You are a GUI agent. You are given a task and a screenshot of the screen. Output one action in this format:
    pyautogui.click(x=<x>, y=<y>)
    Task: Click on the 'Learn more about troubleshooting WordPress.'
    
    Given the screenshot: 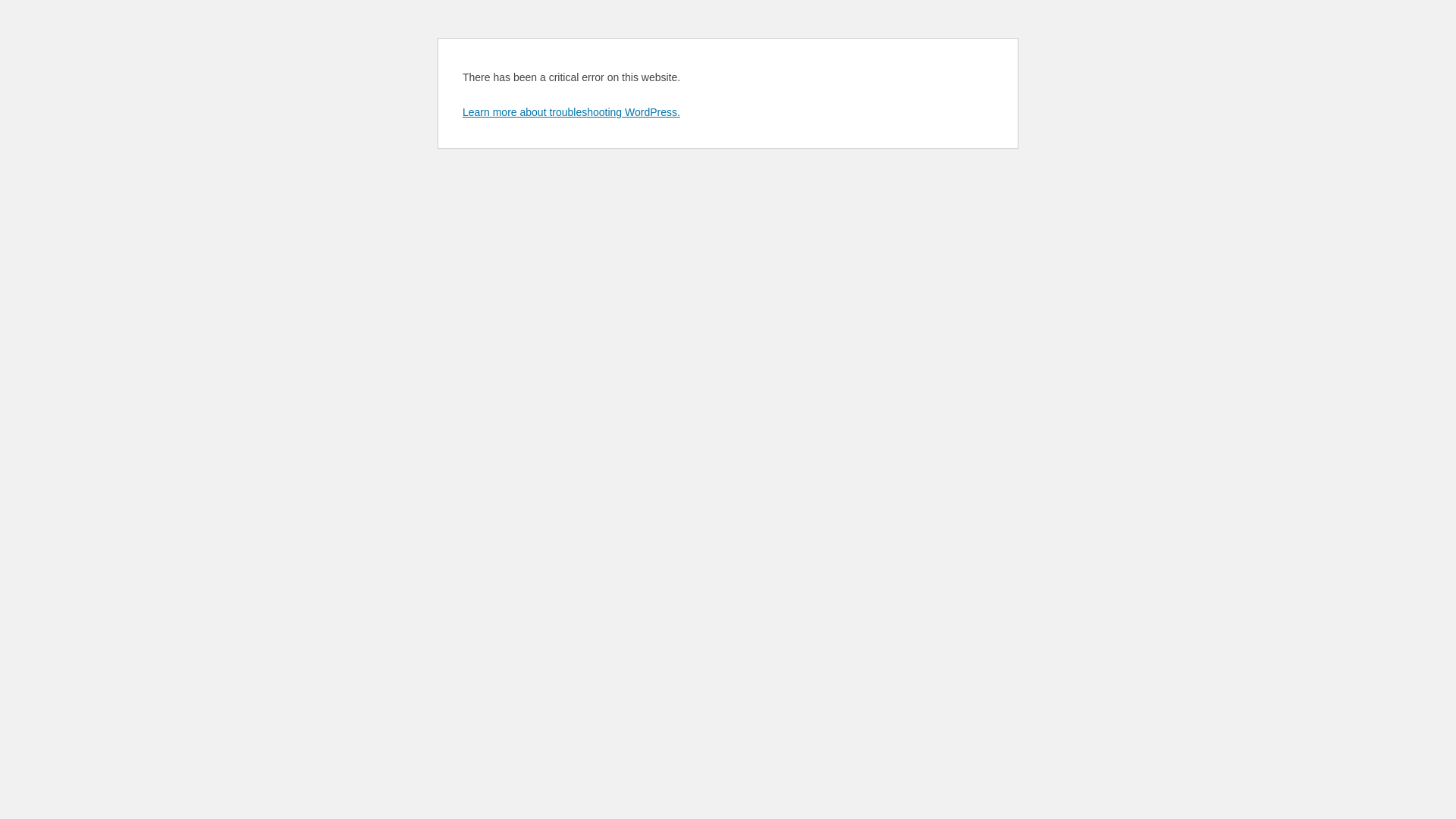 What is the action you would take?
    pyautogui.click(x=570, y=111)
    